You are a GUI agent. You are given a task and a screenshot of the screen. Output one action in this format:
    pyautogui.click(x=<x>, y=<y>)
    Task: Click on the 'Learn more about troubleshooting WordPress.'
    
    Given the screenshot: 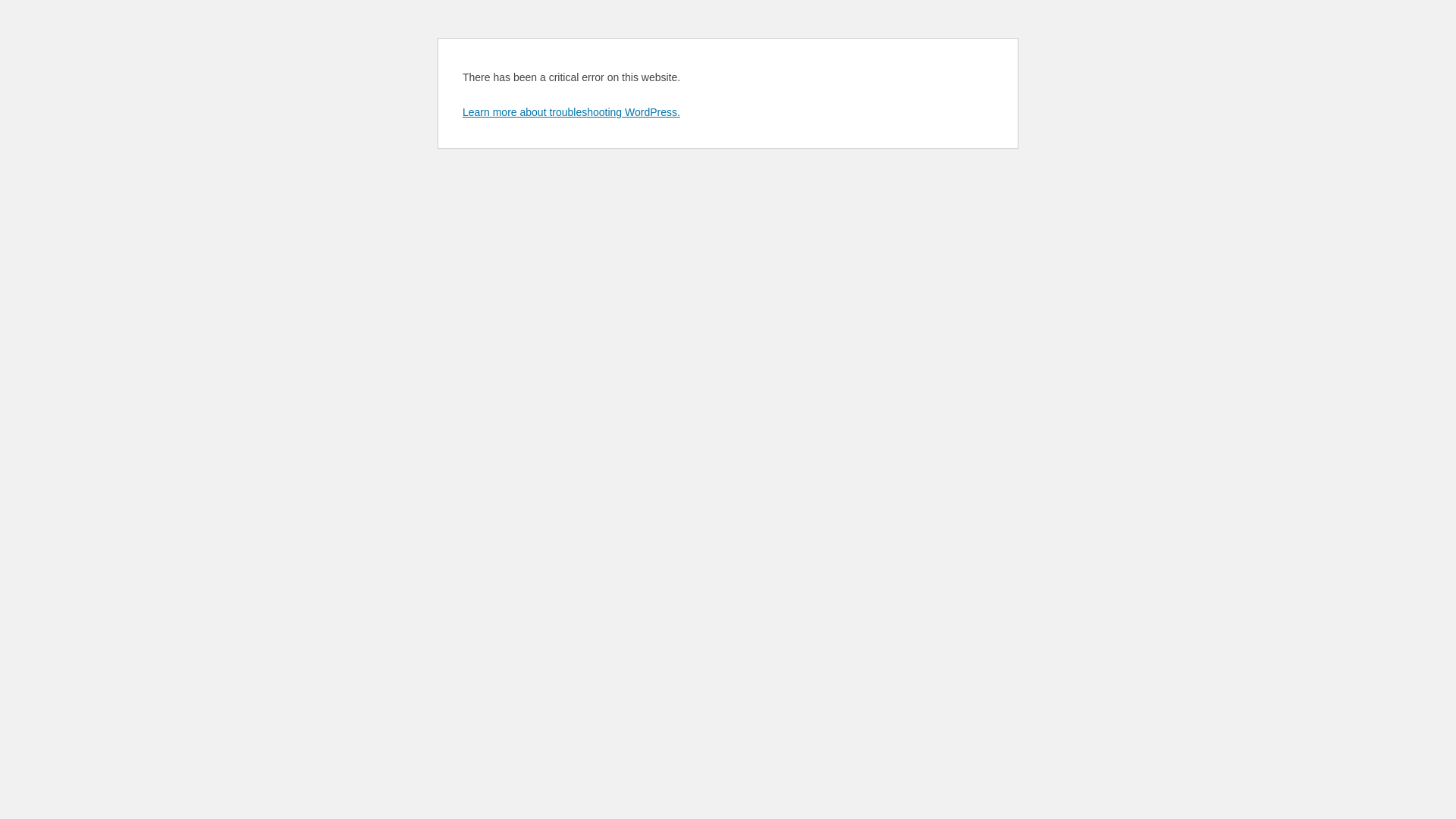 What is the action you would take?
    pyautogui.click(x=570, y=111)
    